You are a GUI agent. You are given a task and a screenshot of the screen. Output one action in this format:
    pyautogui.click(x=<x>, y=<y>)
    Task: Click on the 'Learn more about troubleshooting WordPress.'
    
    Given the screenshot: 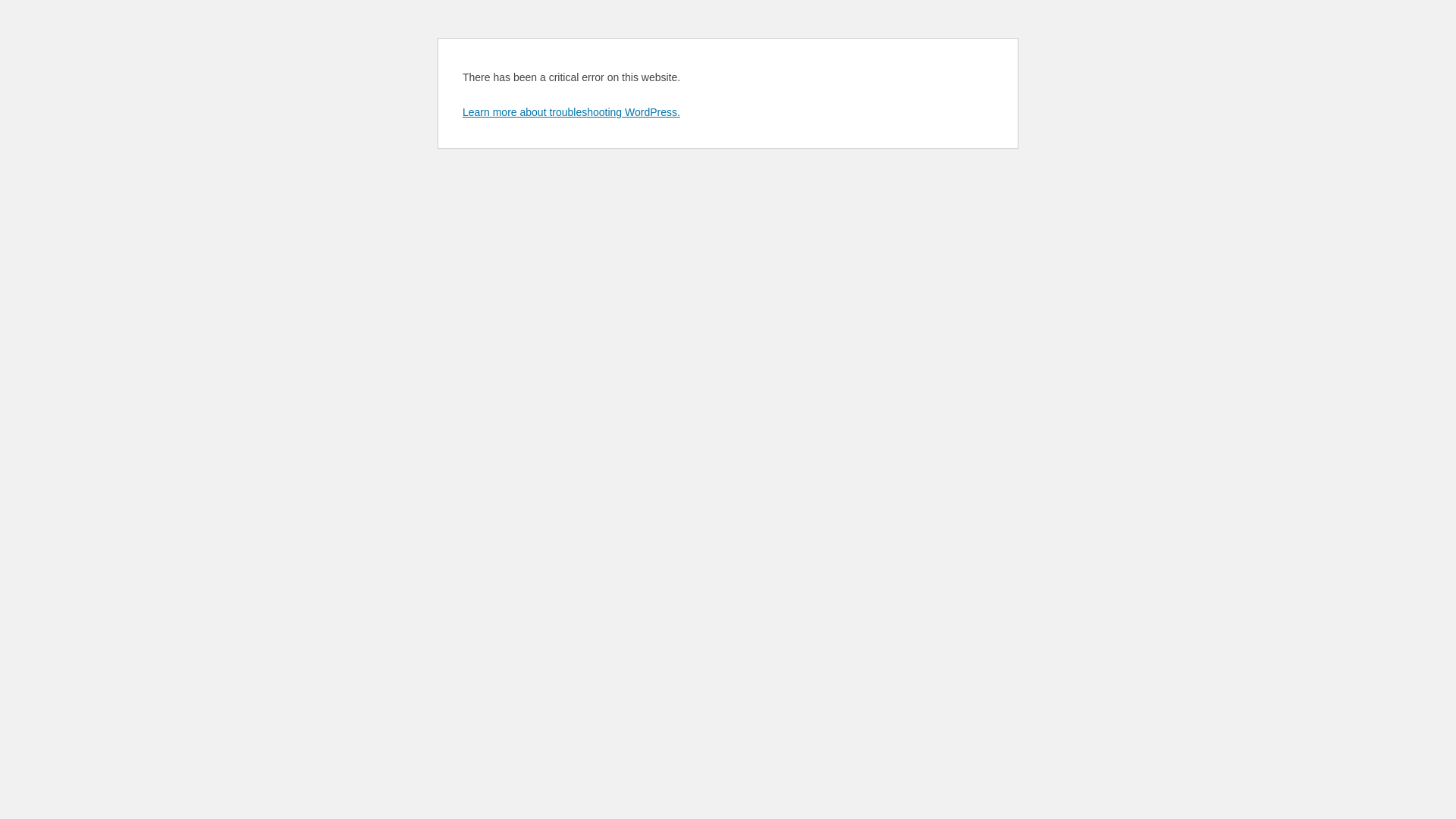 What is the action you would take?
    pyautogui.click(x=570, y=111)
    